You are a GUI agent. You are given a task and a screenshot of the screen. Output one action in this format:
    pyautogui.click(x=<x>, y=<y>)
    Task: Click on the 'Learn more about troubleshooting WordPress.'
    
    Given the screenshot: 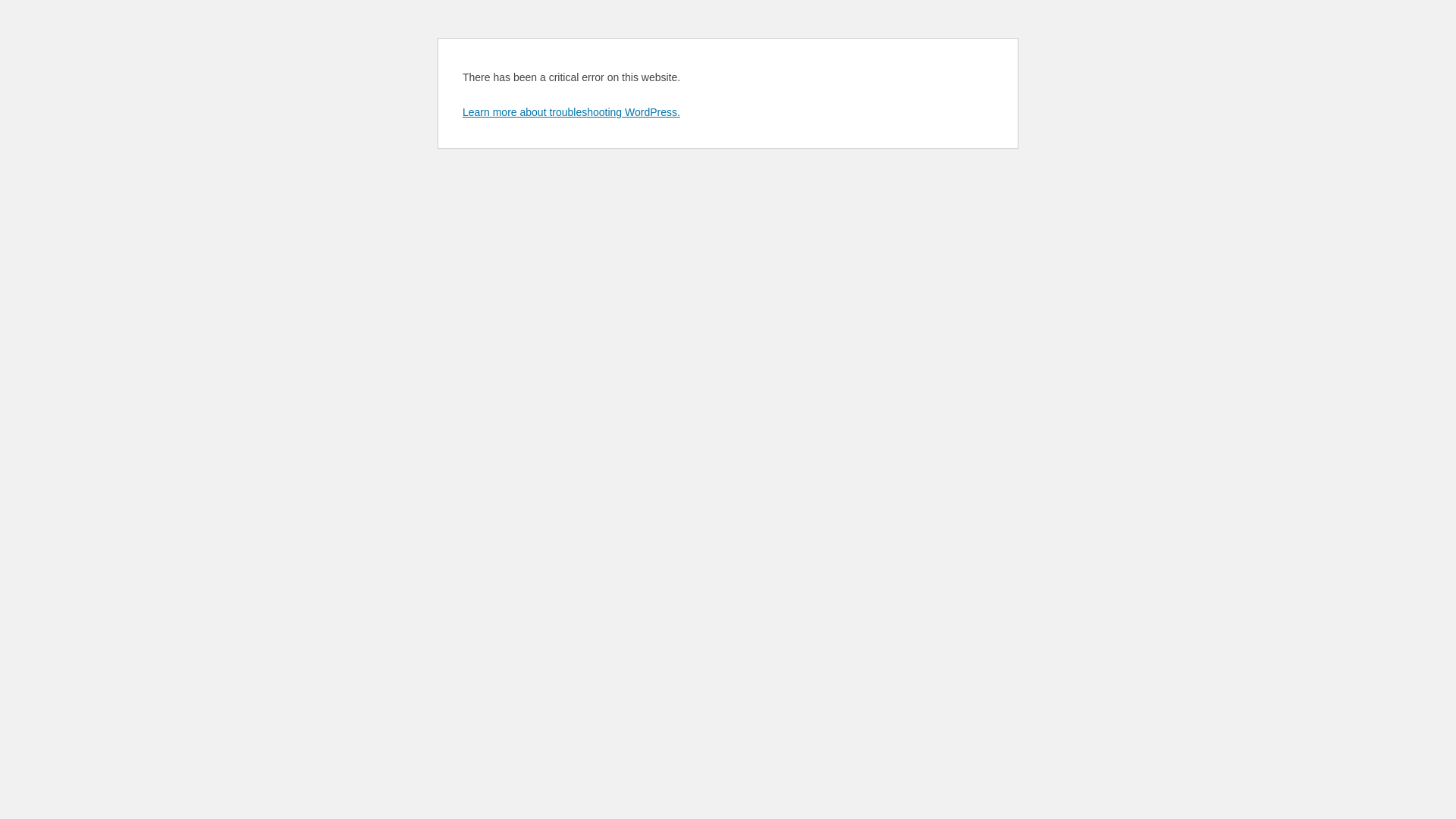 What is the action you would take?
    pyautogui.click(x=570, y=111)
    